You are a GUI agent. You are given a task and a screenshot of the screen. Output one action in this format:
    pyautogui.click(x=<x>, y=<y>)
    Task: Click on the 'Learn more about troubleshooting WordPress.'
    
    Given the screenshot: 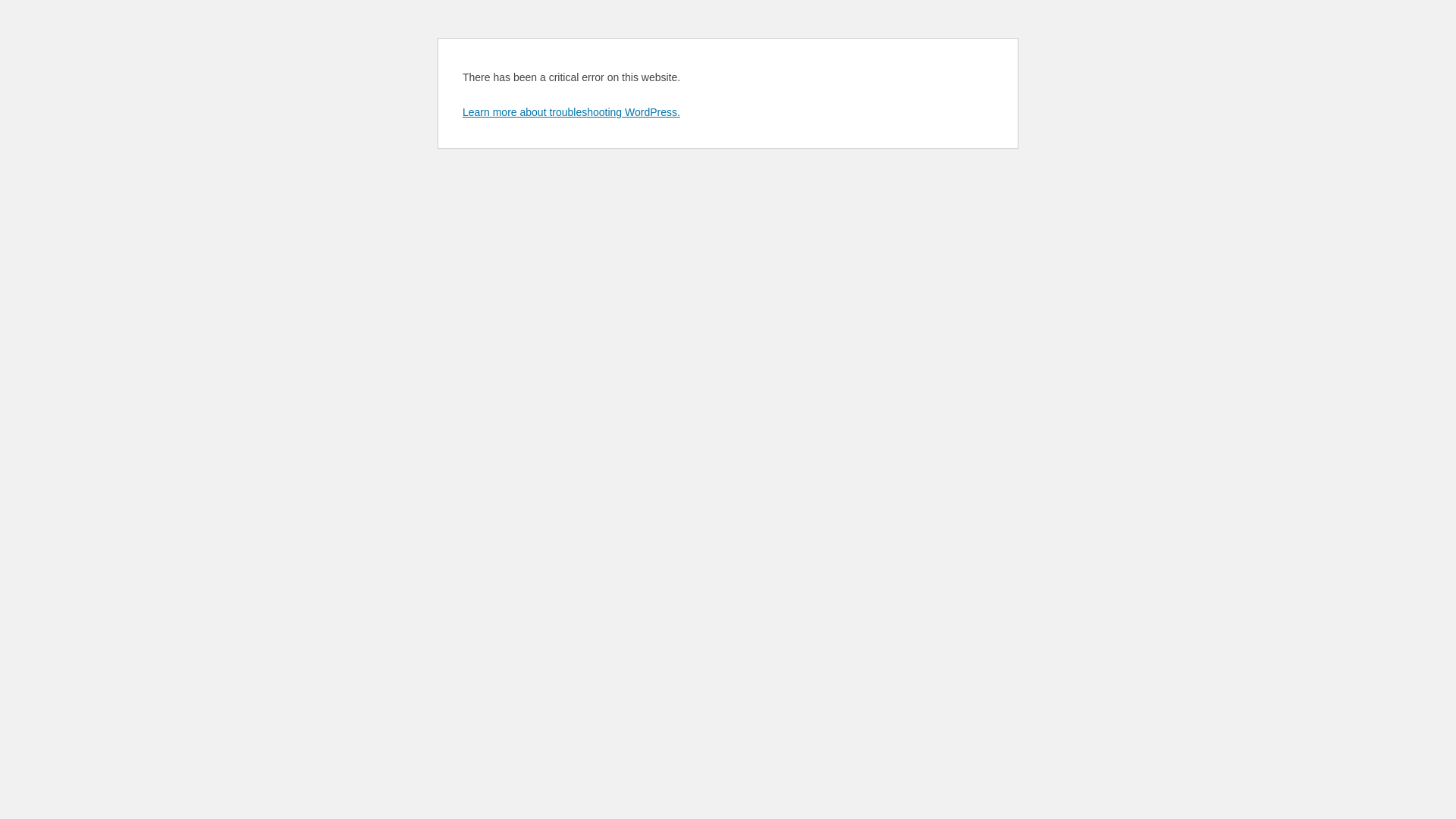 What is the action you would take?
    pyautogui.click(x=570, y=111)
    